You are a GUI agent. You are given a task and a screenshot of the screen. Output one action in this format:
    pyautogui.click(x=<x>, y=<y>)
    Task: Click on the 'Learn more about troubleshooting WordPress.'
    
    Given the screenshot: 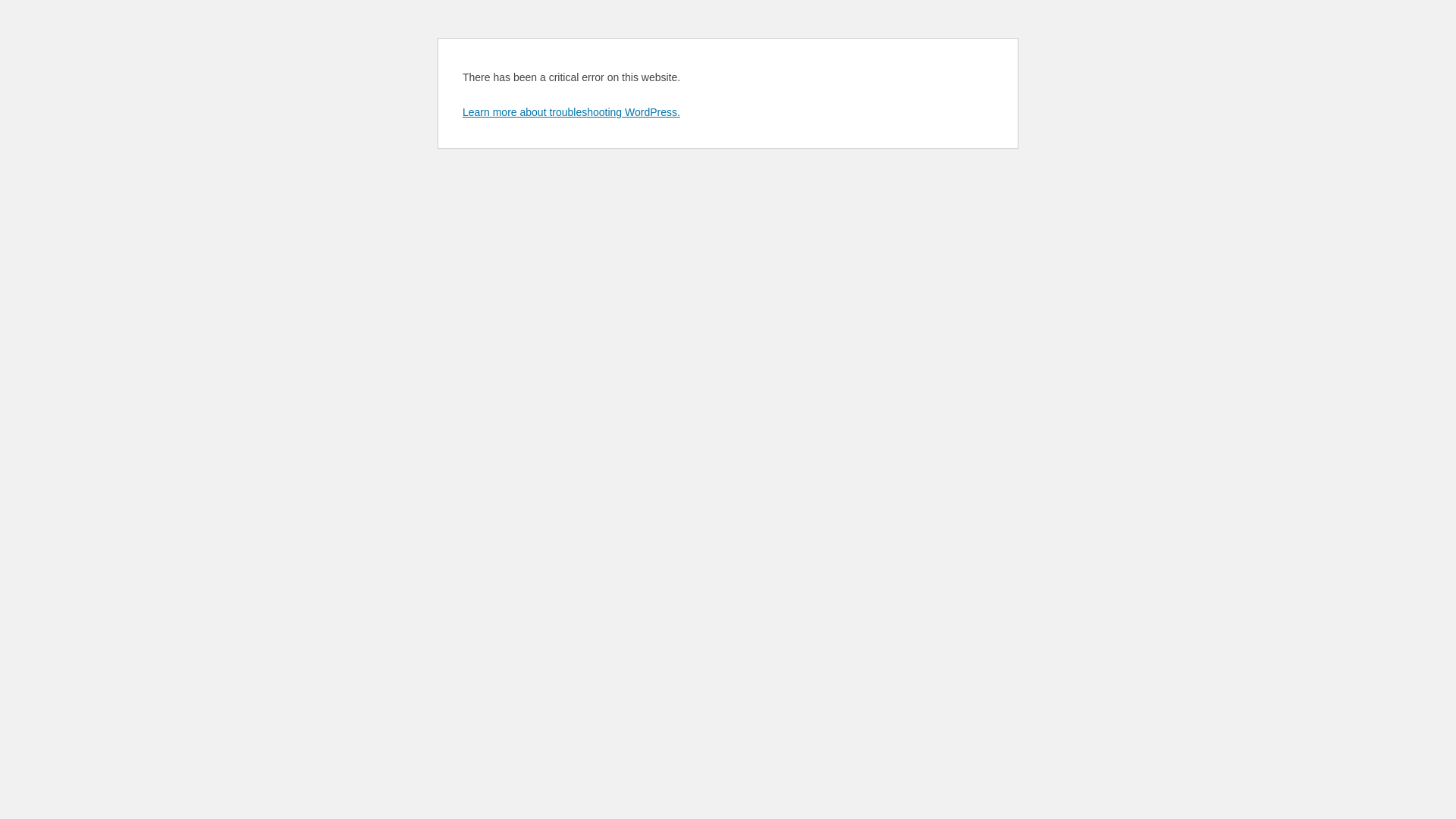 What is the action you would take?
    pyautogui.click(x=570, y=111)
    